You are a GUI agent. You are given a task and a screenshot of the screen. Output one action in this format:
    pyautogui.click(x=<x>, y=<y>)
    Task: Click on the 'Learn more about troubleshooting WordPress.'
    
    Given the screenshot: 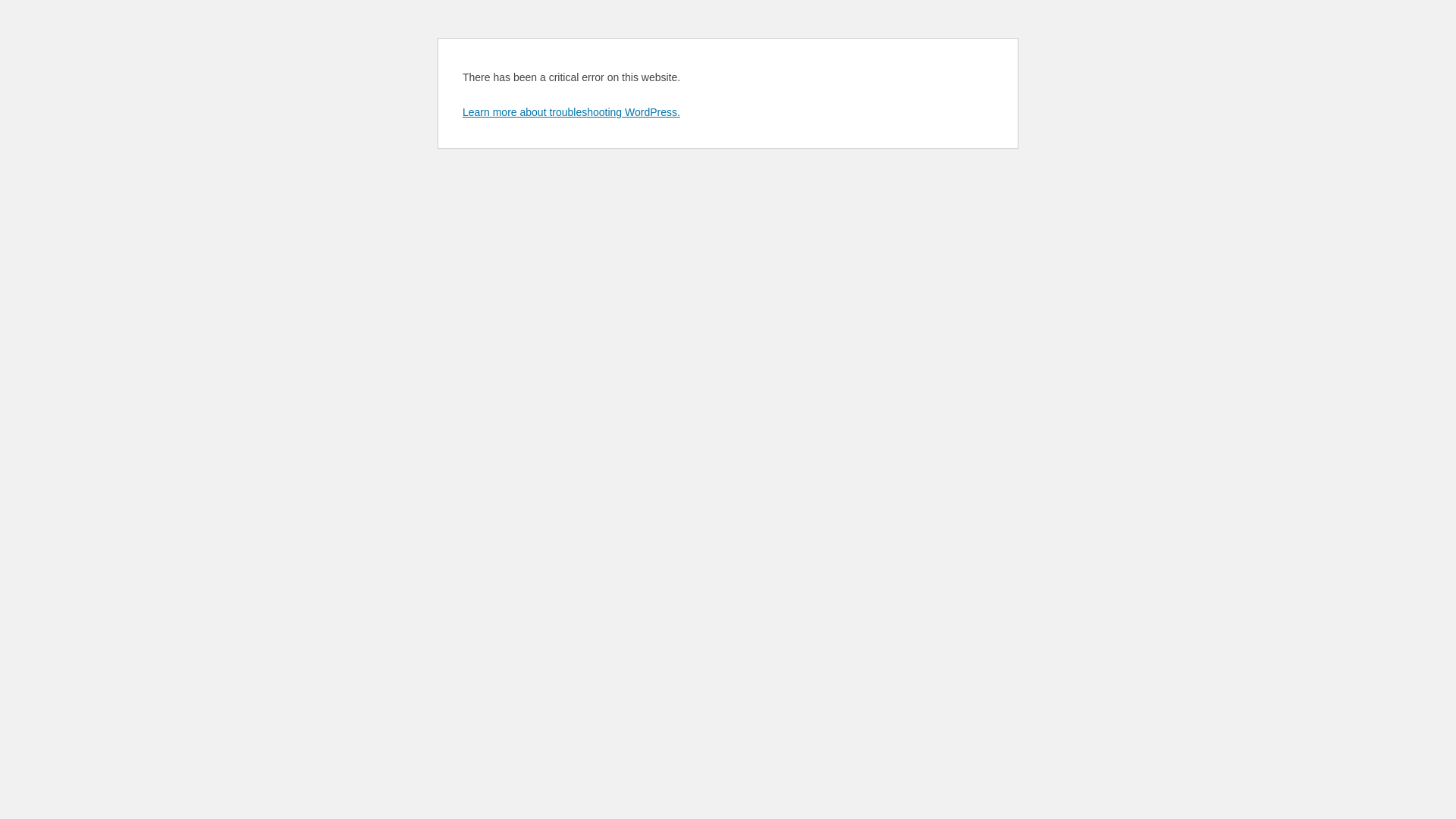 What is the action you would take?
    pyautogui.click(x=570, y=111)
    